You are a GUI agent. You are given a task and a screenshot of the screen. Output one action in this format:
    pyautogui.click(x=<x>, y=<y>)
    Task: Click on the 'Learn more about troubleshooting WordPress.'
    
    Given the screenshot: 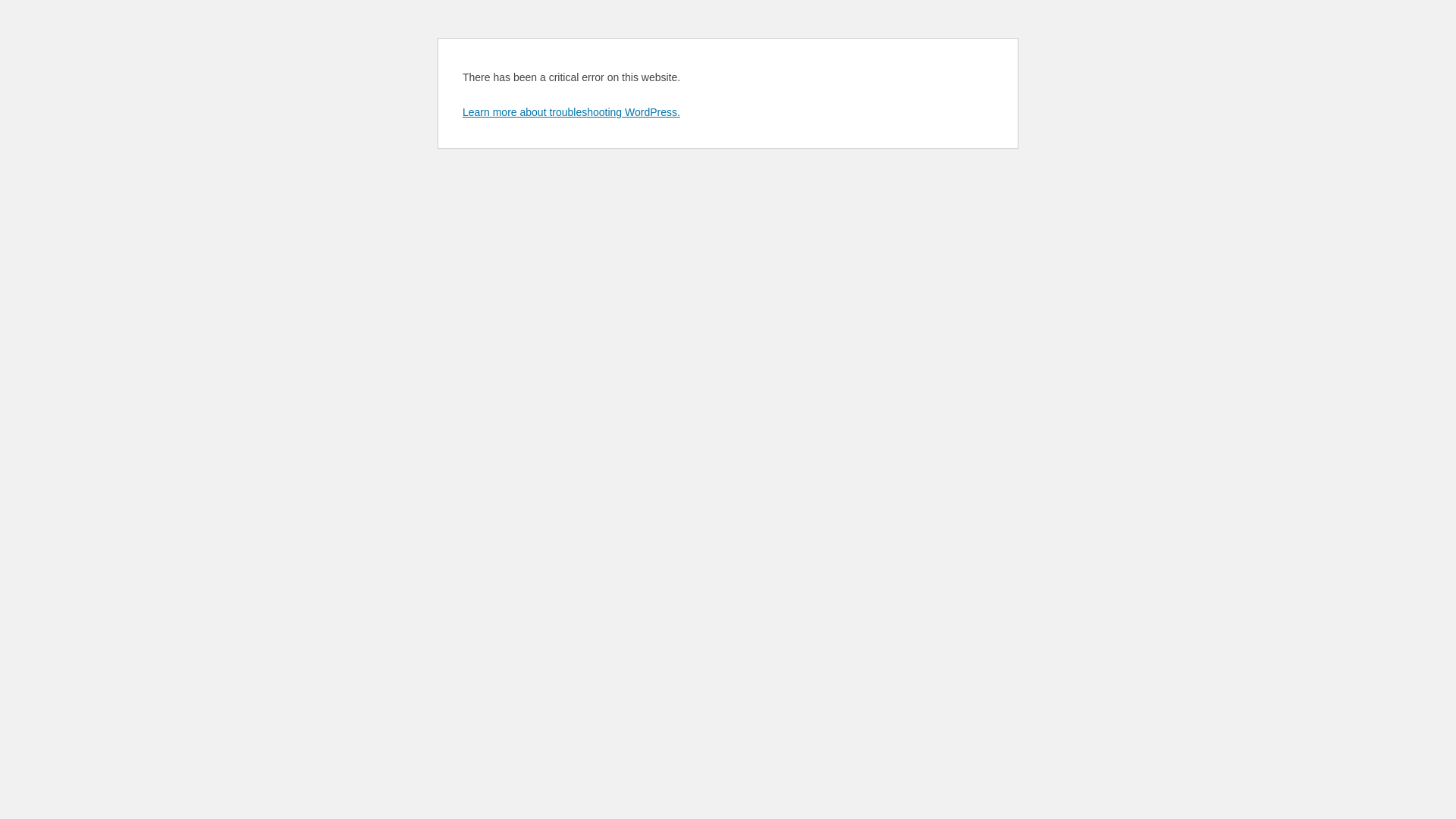 What is the action you would take?
    pyautogui.click(x=570, y=111)
    